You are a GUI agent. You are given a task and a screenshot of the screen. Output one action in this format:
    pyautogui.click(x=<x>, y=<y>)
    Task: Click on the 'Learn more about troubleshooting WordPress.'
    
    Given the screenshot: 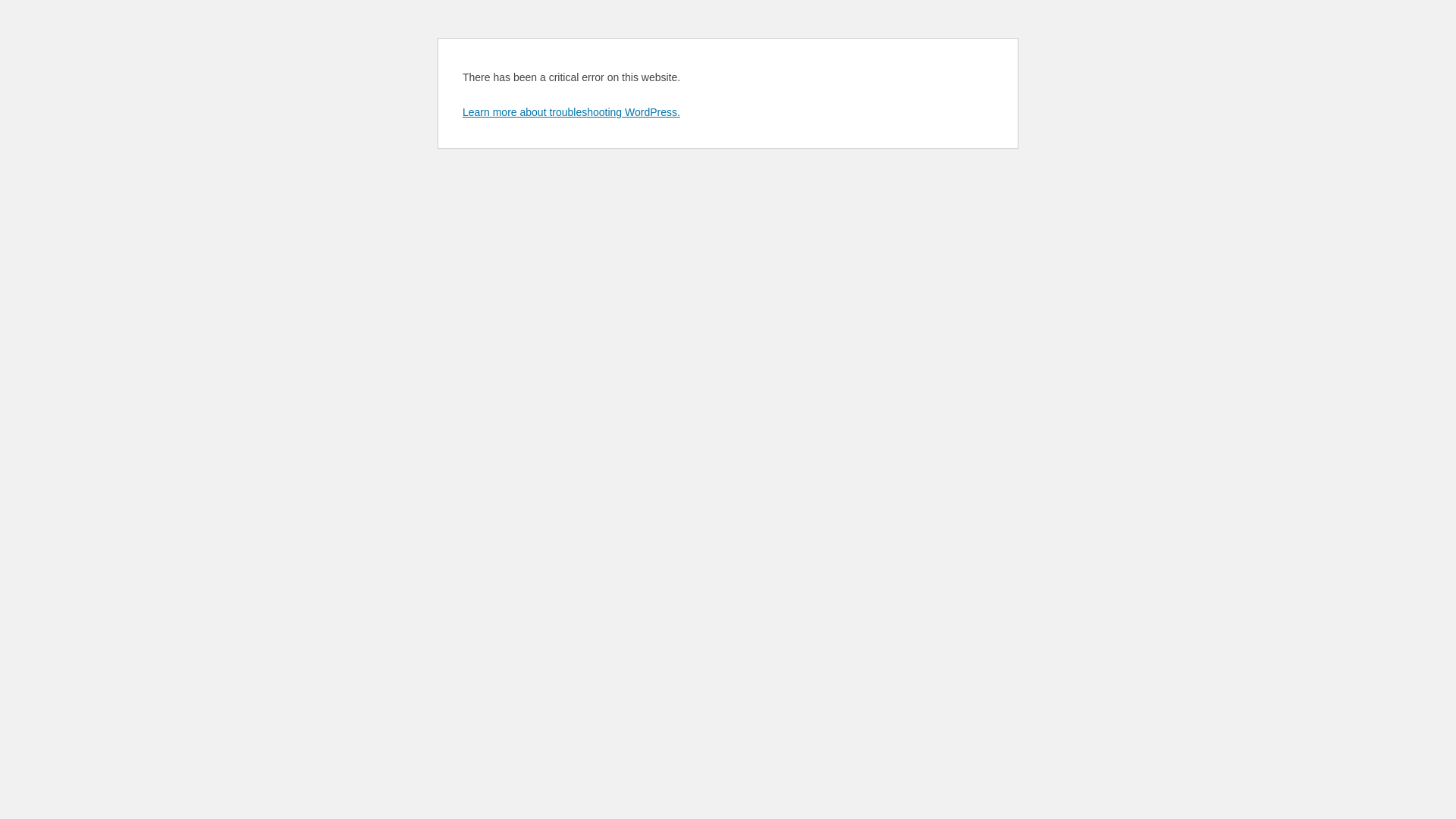 What is the action you would take?
    pyautogui.click(x=570, y=111)
    